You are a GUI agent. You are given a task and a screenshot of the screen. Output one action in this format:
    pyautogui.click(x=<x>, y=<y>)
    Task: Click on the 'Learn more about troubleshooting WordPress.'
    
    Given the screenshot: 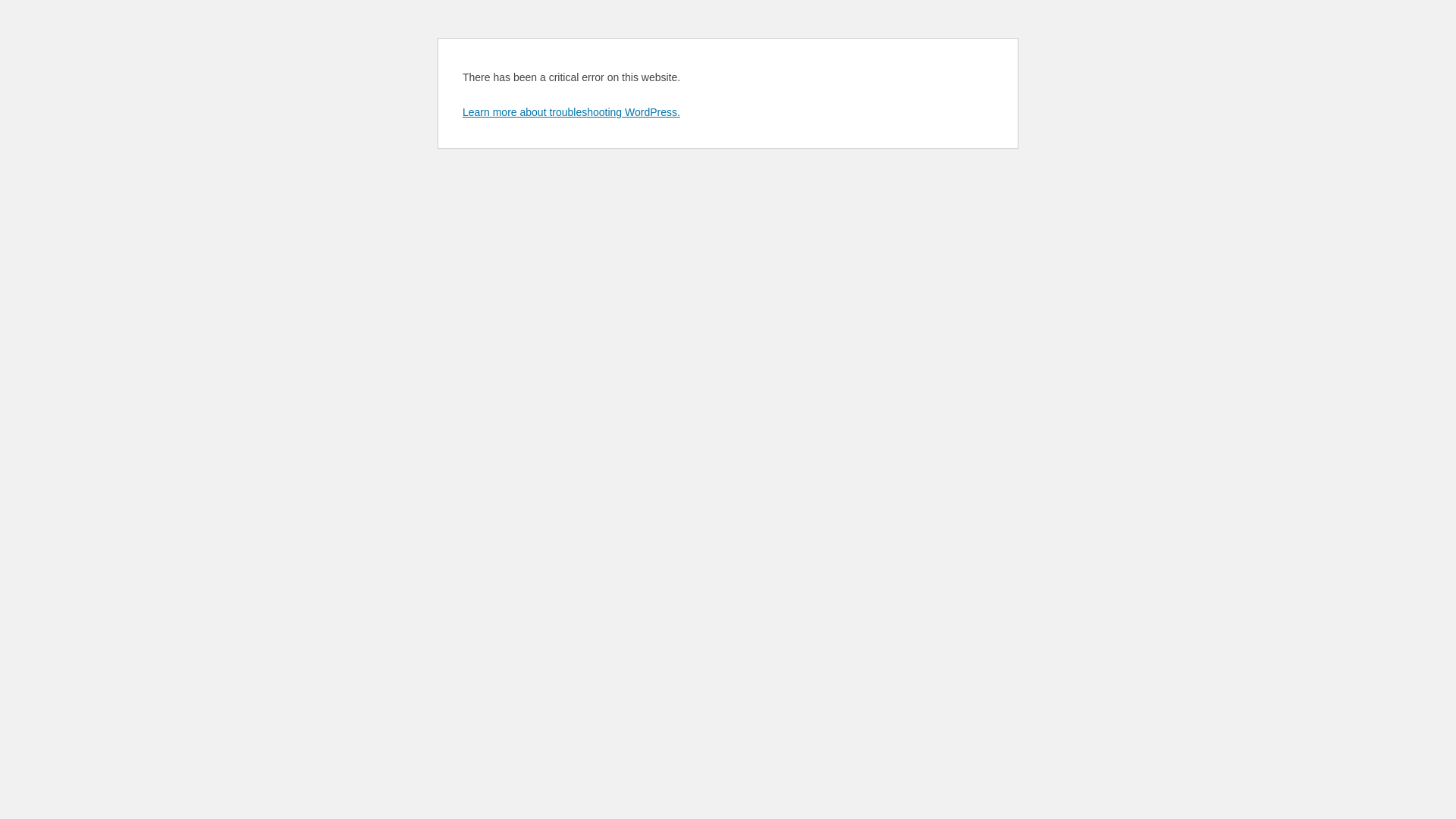 What is the action you would take?
    pyautogui.click(x=570, y=111)
    